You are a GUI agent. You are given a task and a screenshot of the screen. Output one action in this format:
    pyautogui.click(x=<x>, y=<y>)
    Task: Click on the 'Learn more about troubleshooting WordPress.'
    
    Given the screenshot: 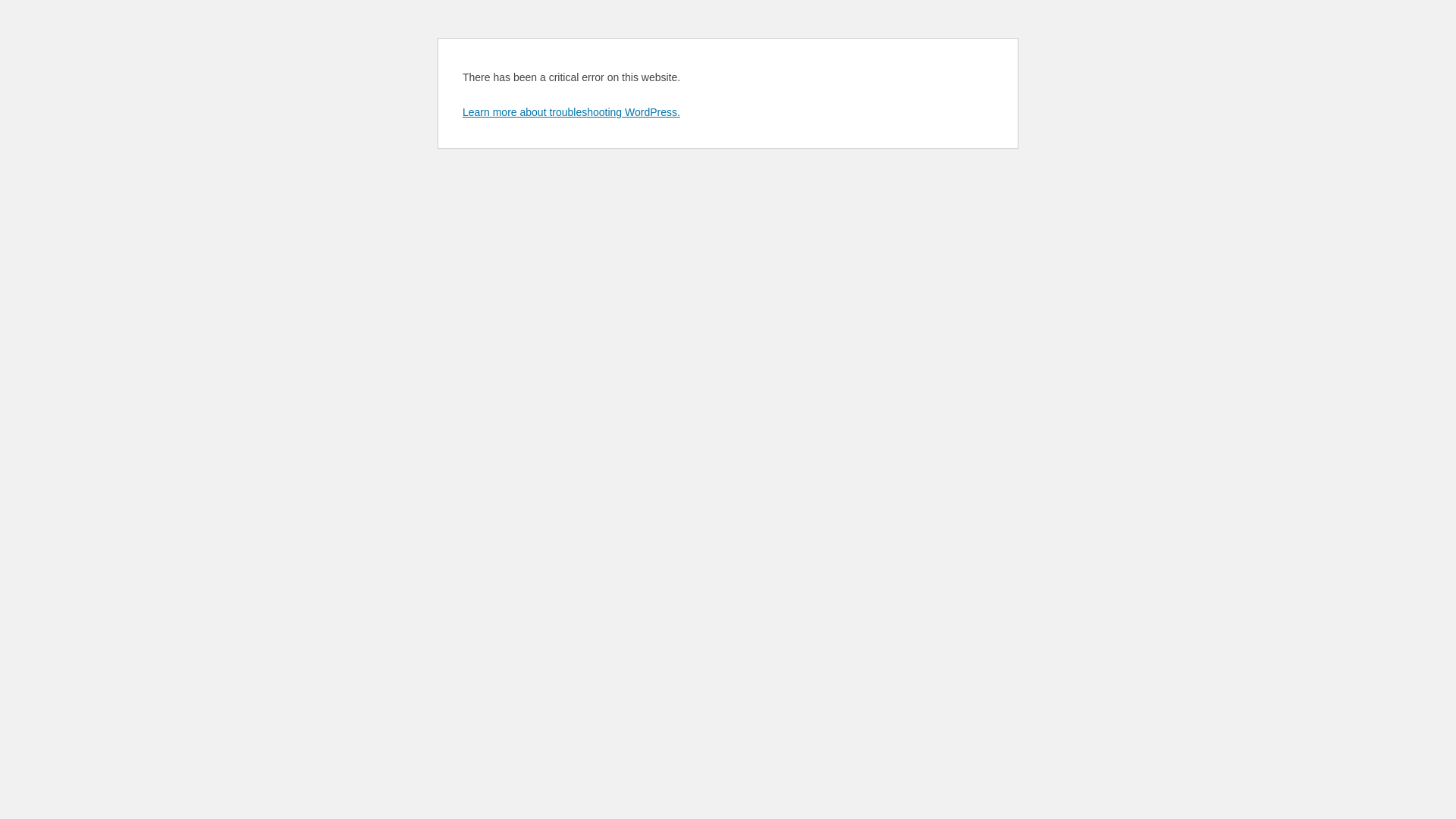 What is the action you would take?
    pyautogui.click(x=570, y=111)
    